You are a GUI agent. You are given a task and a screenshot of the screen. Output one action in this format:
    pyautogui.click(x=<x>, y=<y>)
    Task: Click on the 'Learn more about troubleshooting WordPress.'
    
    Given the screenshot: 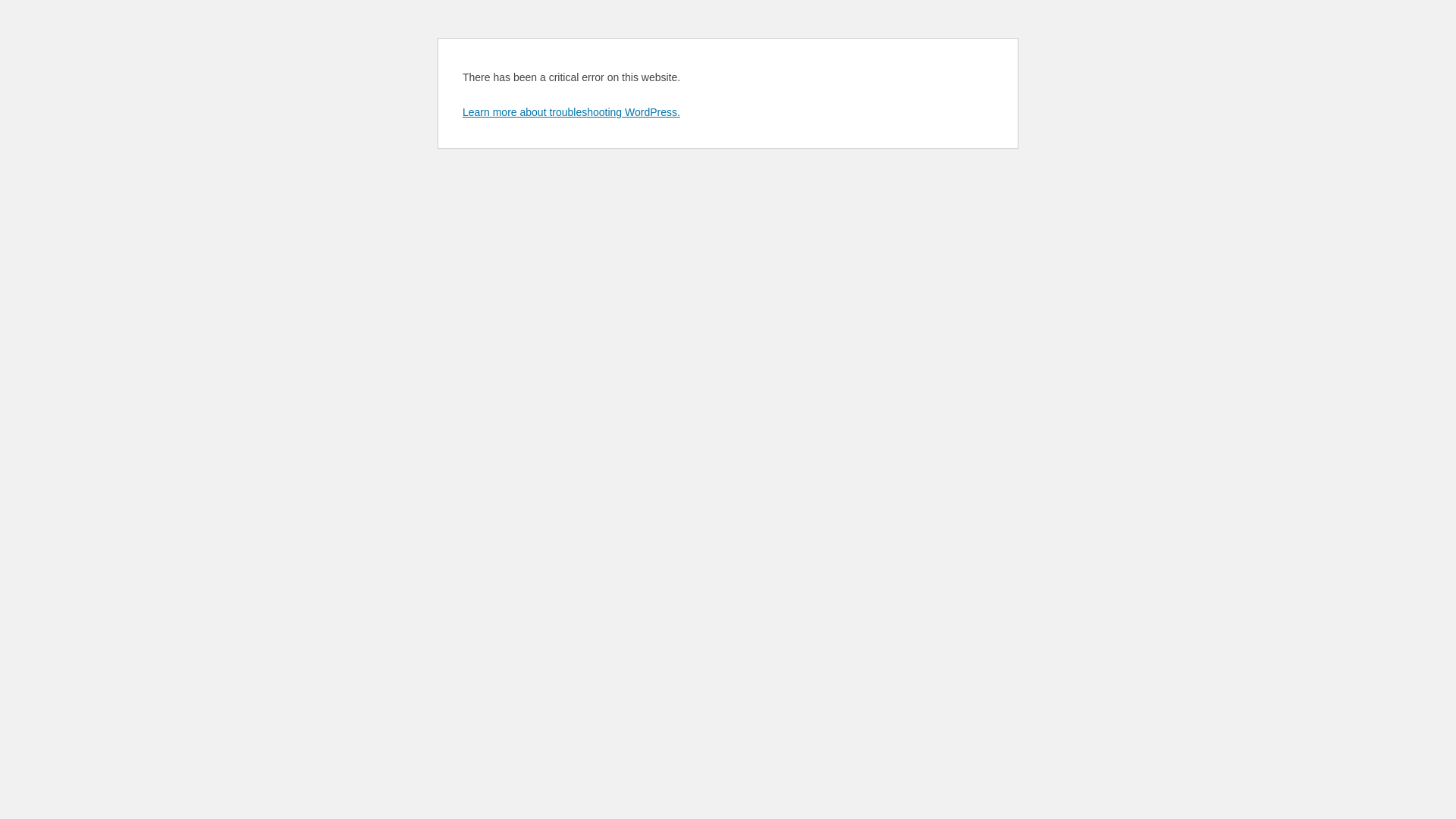 What is the action you would take?
    pyautogui.click(x=570, y=111)
    